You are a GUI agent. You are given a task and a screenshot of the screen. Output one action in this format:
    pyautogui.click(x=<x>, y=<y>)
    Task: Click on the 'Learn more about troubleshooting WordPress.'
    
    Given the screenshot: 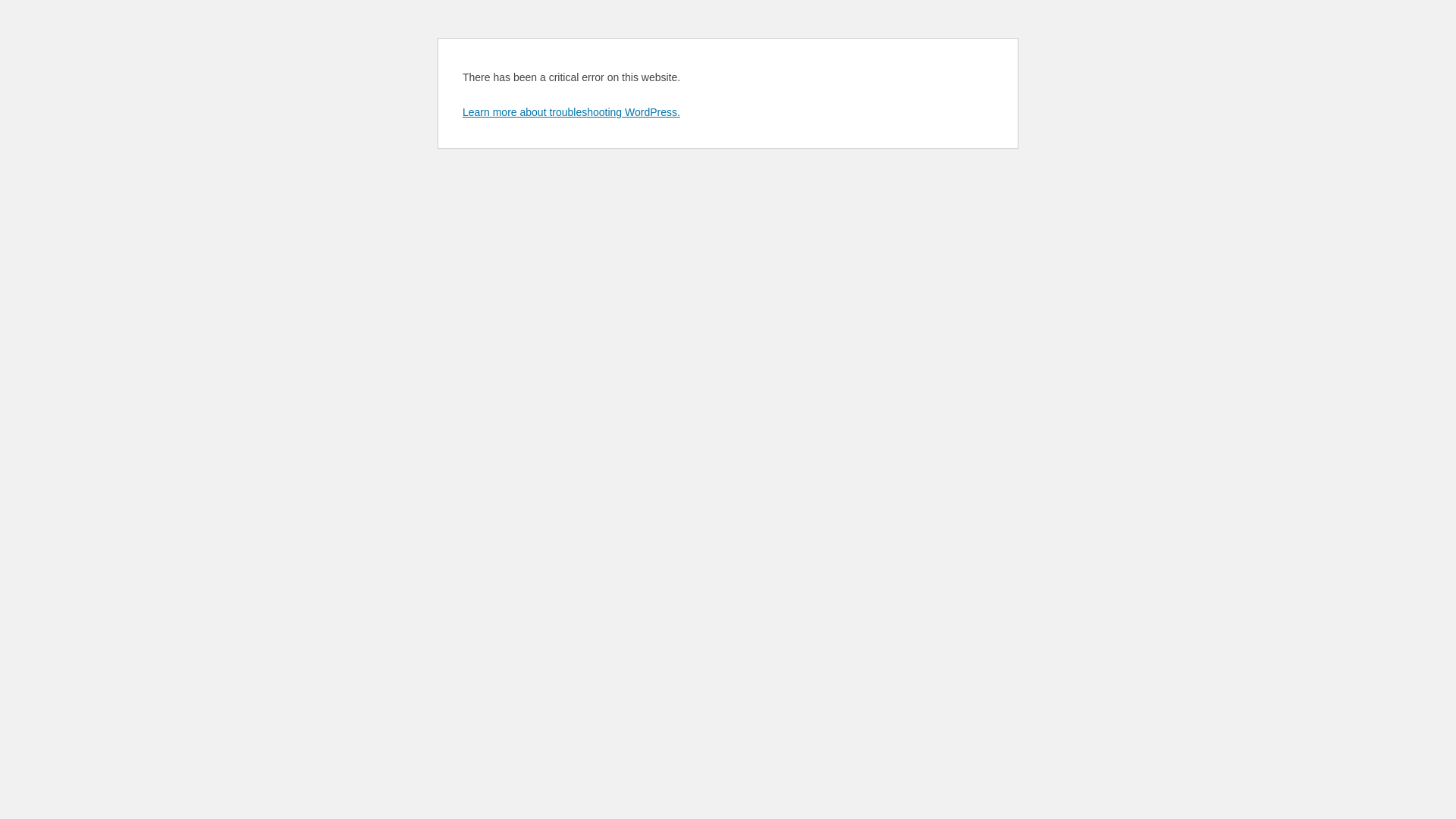 What is the action you would take?
    pyautogui.click(x=570, y=111)
    